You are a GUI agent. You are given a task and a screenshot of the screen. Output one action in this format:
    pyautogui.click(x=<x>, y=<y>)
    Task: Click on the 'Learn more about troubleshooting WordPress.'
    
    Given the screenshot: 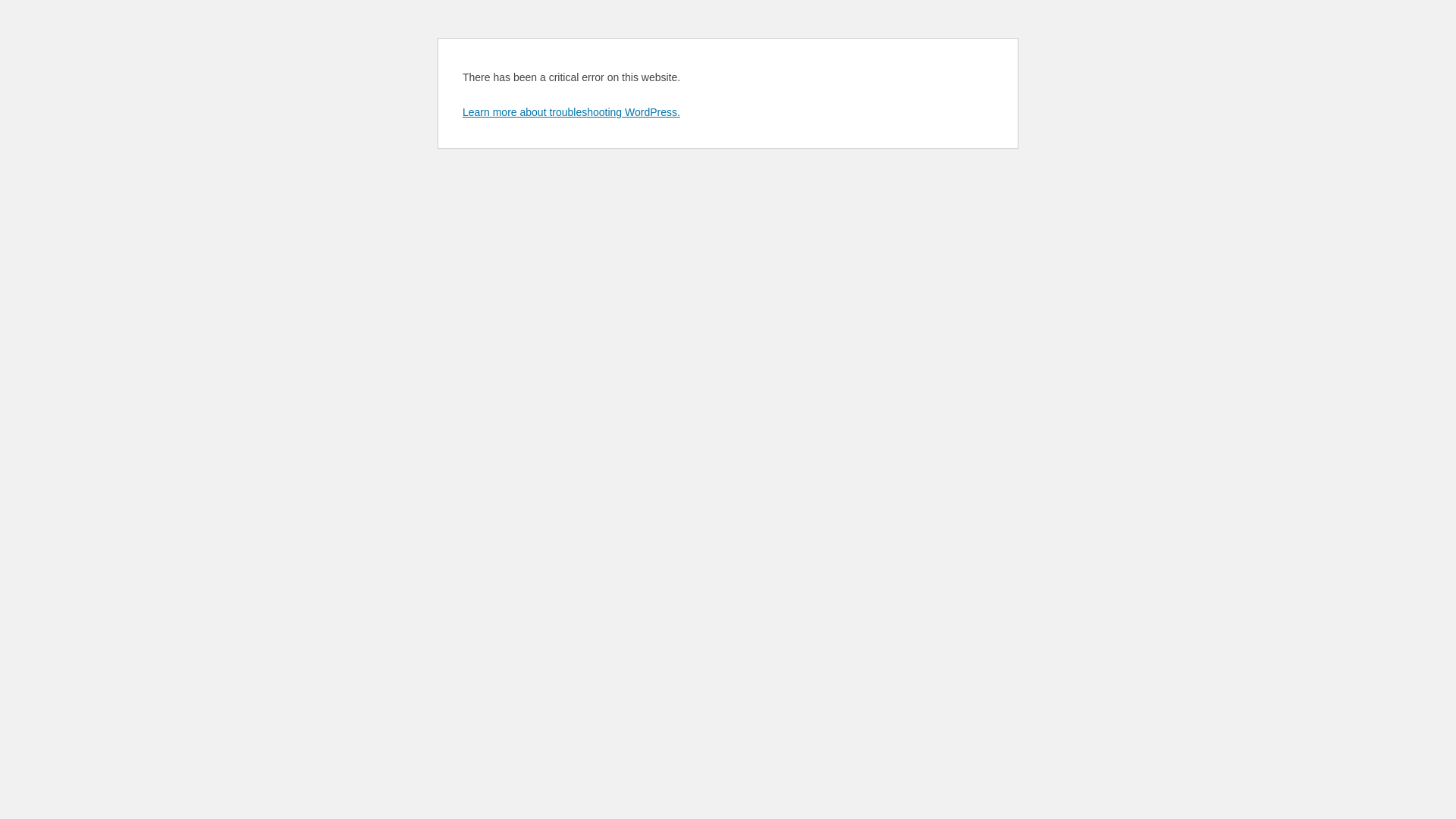 What is the action you would take?
    pyautogui.click(x=570, y=111)
    